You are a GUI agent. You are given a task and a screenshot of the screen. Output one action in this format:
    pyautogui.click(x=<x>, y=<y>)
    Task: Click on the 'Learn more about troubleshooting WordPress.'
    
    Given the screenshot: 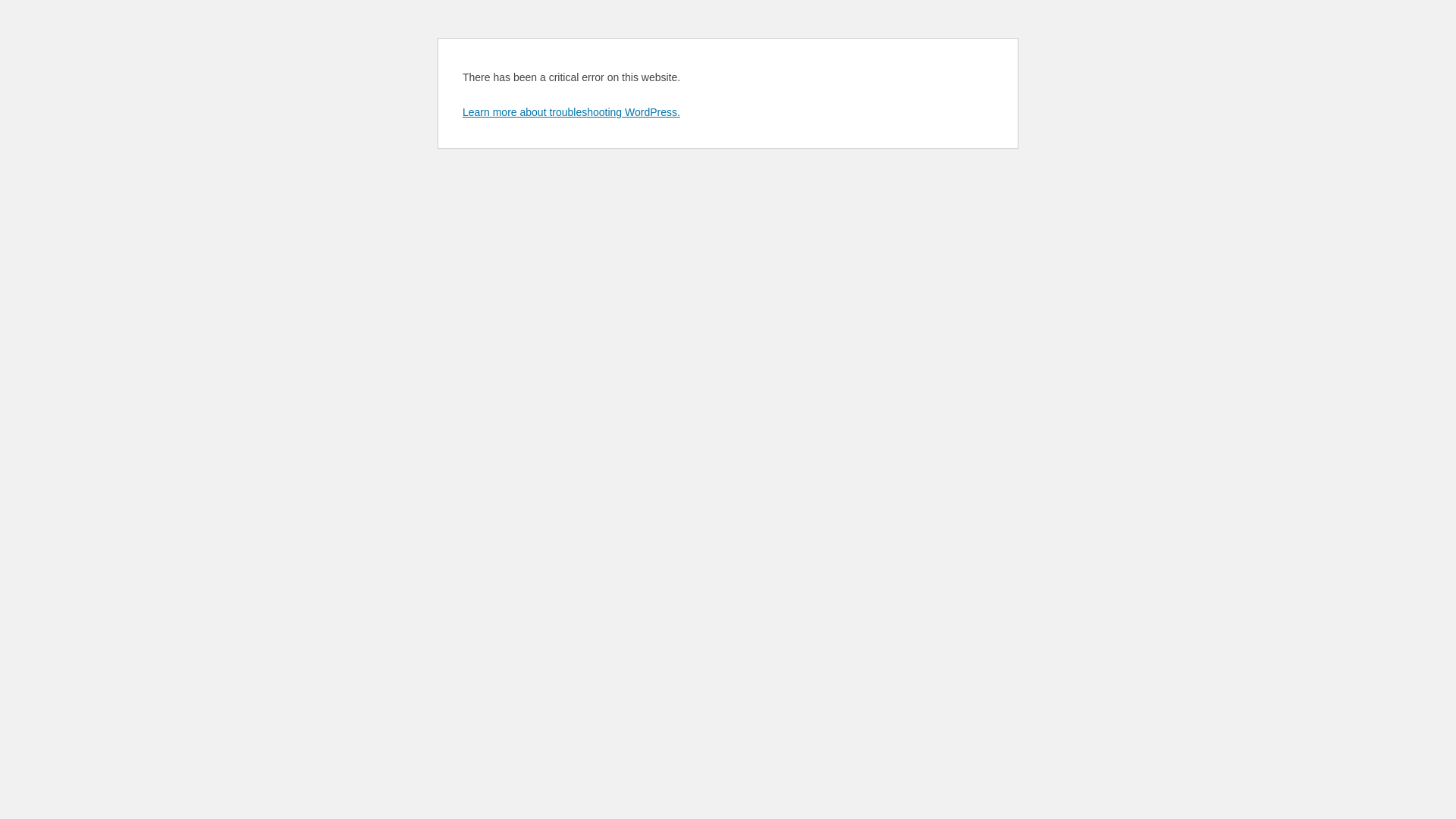 What is the action you would take?
    pyautogui.click(x=570, y=111)
    